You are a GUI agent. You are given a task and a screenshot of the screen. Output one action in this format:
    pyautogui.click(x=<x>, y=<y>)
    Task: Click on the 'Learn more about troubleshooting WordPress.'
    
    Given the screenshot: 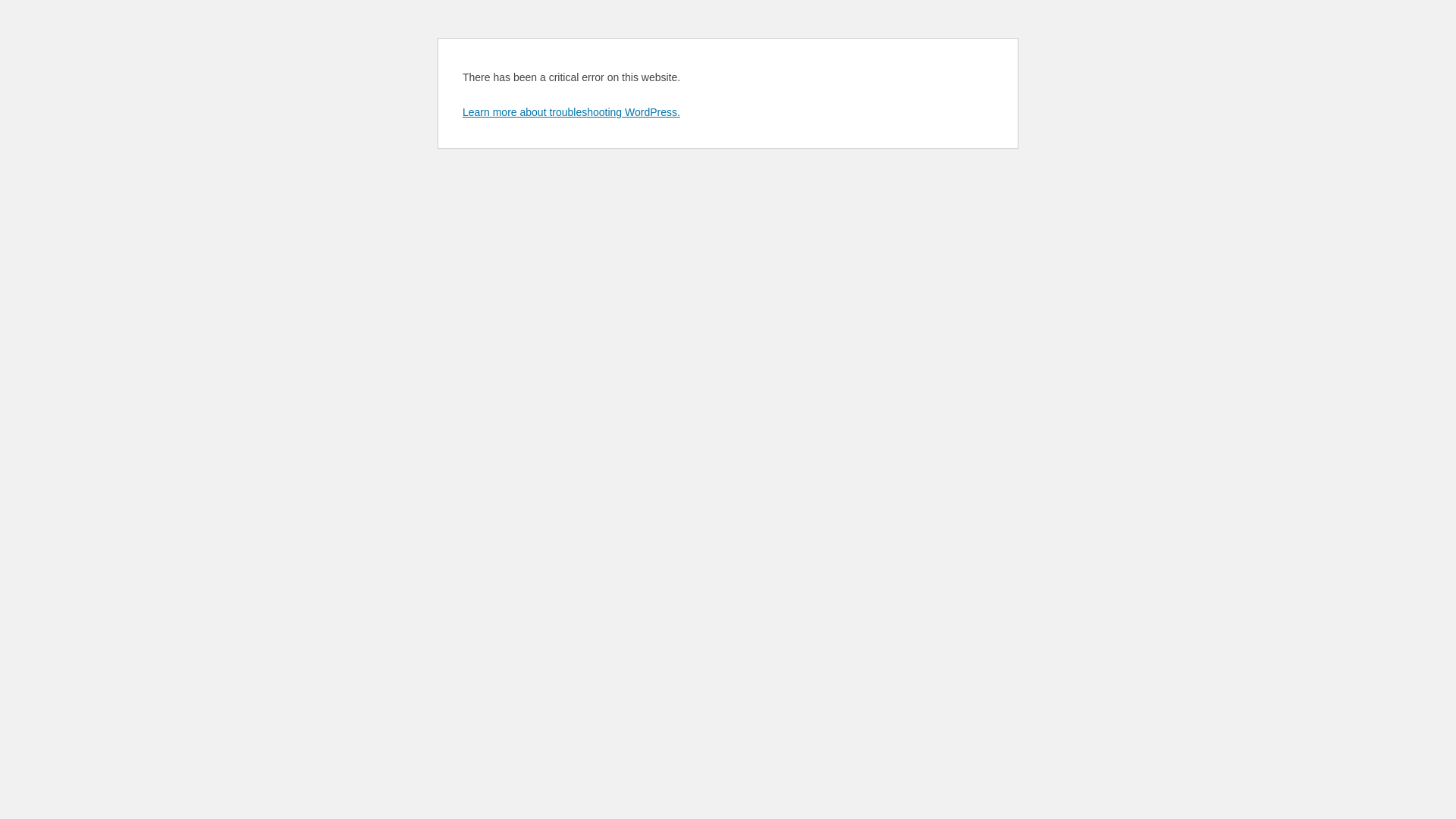 What is the action you would take?
    pyautogui.click(x=570, y=111)
    